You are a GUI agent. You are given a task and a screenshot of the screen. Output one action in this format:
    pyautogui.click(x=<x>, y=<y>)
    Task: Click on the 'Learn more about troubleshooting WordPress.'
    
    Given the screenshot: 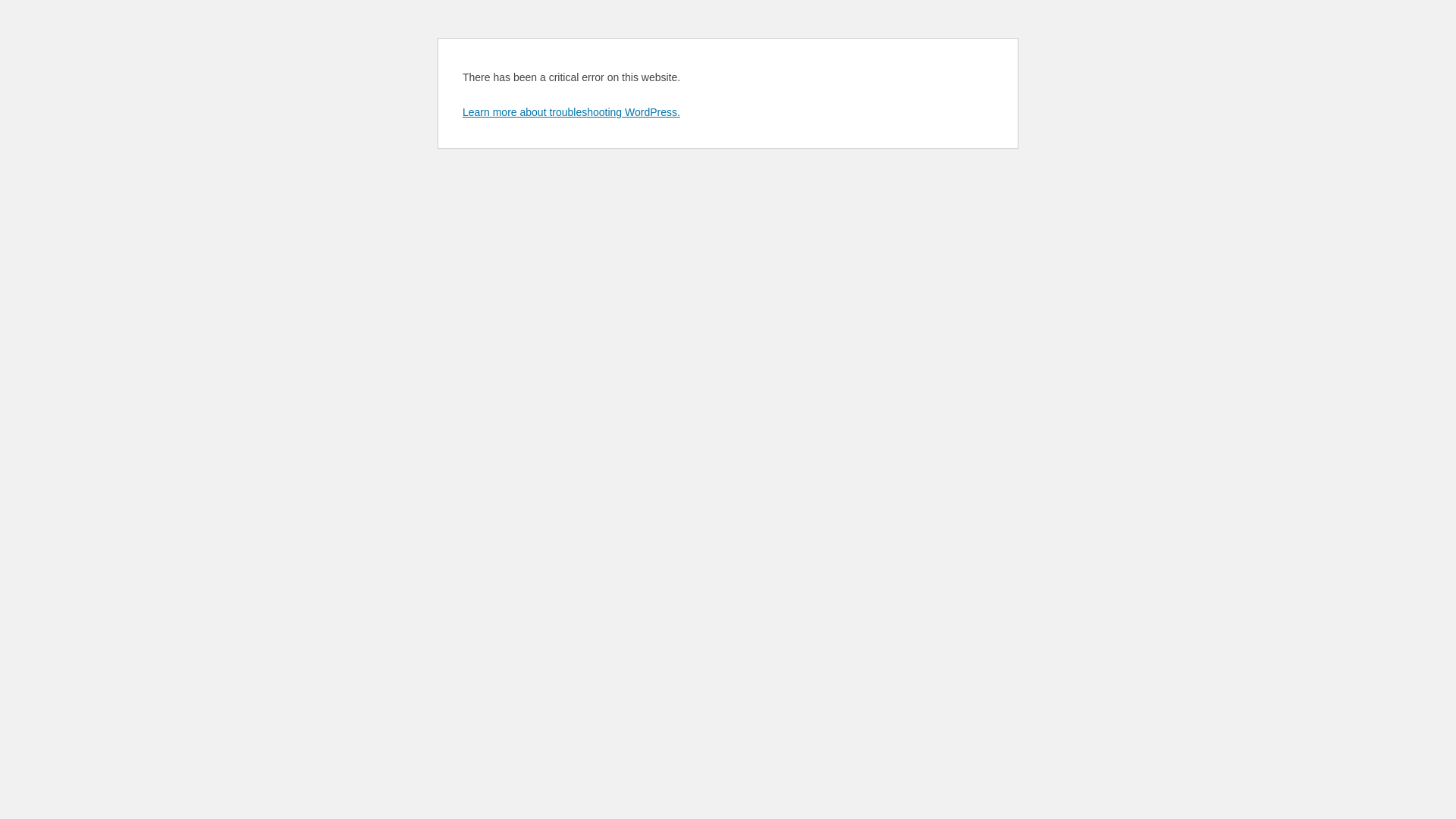 What is the action you would take?
    pyautogui.click(x=570, y=111)
    